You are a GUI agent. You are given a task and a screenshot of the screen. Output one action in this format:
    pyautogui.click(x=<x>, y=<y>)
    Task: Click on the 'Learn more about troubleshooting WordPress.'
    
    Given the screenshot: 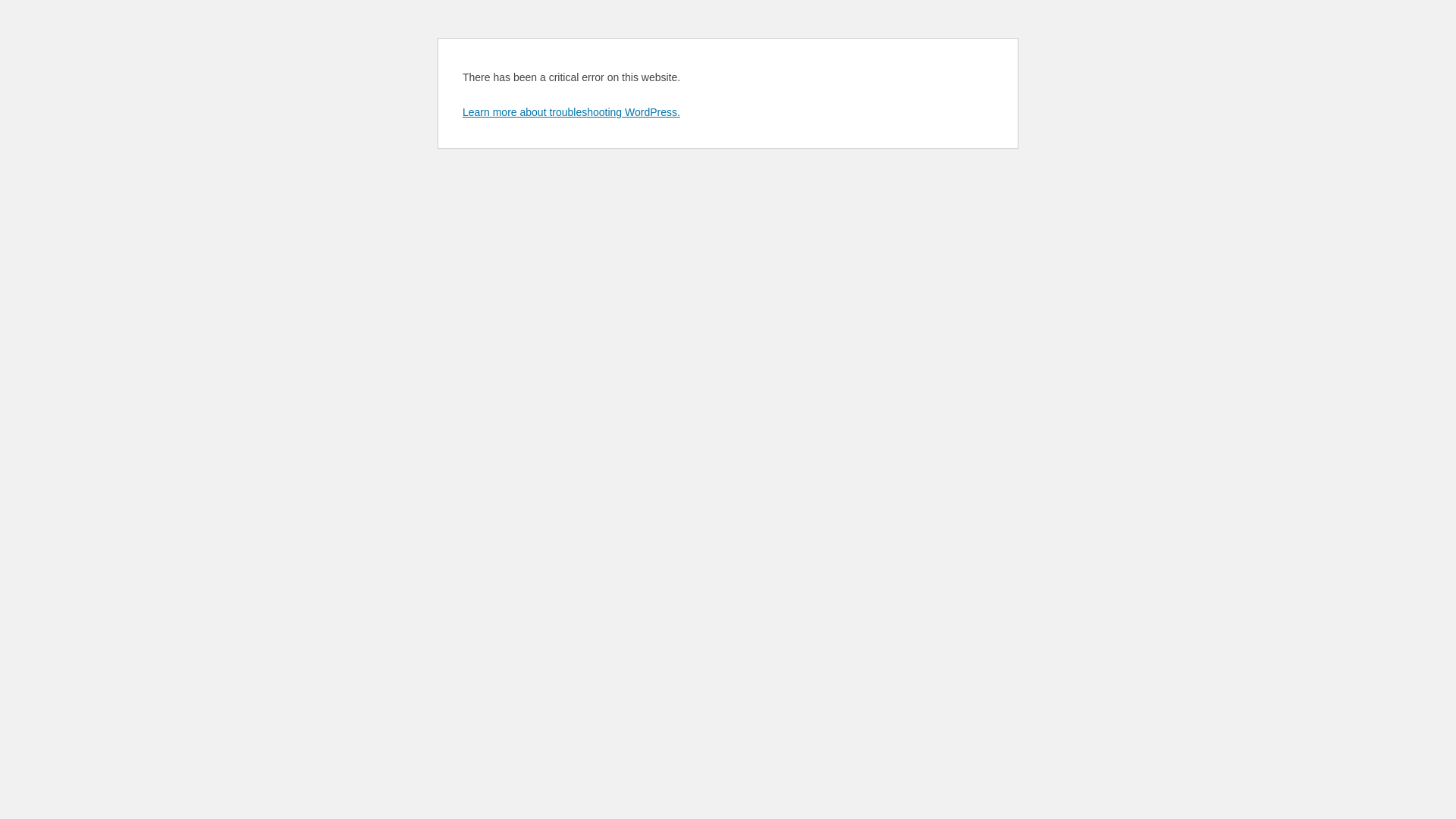 What is the action you would take?
    pyautogui.click(x=570, y=111)
    